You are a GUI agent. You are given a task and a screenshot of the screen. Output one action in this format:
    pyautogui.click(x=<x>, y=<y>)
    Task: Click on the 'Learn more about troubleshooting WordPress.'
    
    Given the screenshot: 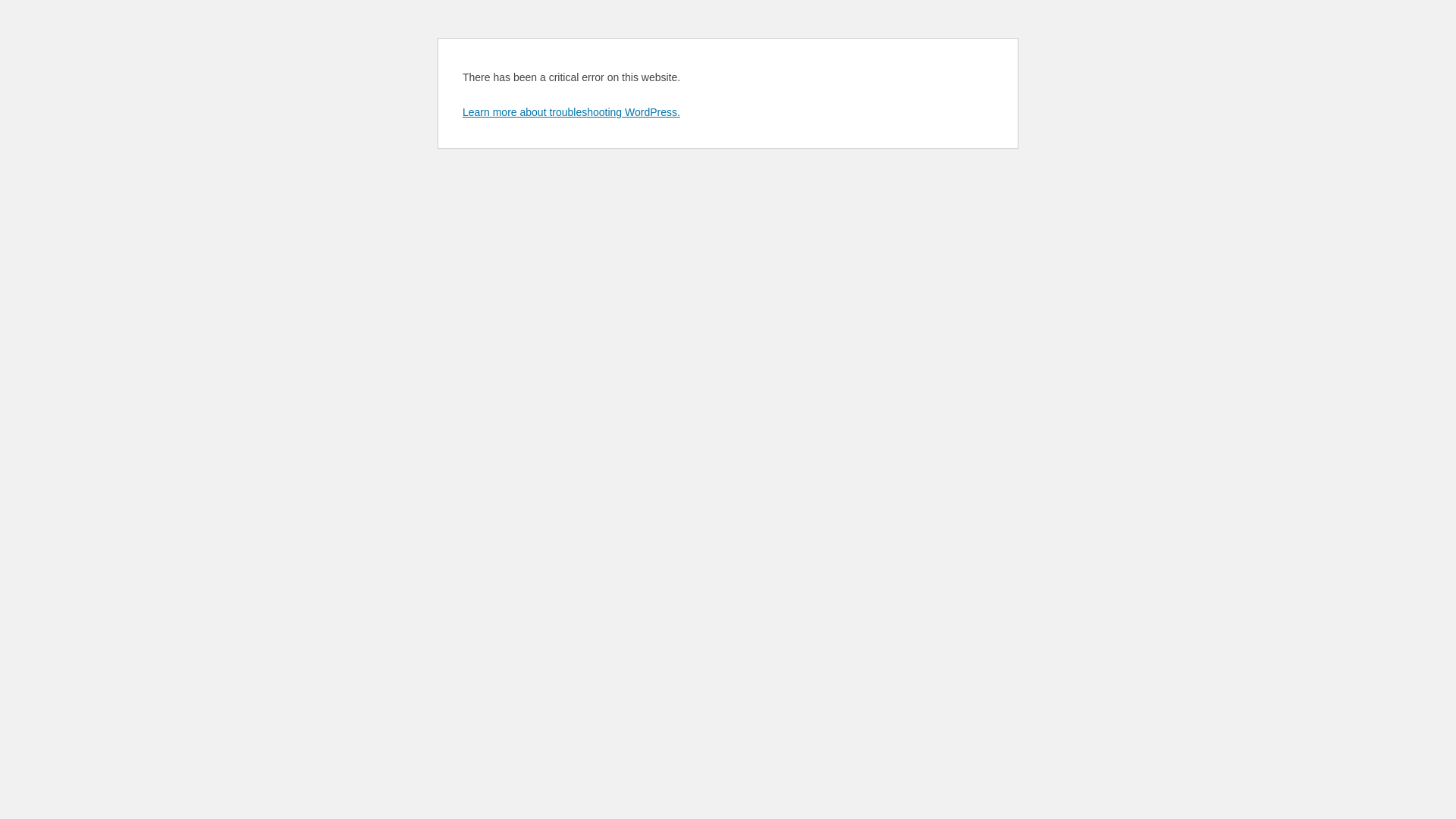 What is the action you would take?
    pyautogui.click(x=570, y=111)
    